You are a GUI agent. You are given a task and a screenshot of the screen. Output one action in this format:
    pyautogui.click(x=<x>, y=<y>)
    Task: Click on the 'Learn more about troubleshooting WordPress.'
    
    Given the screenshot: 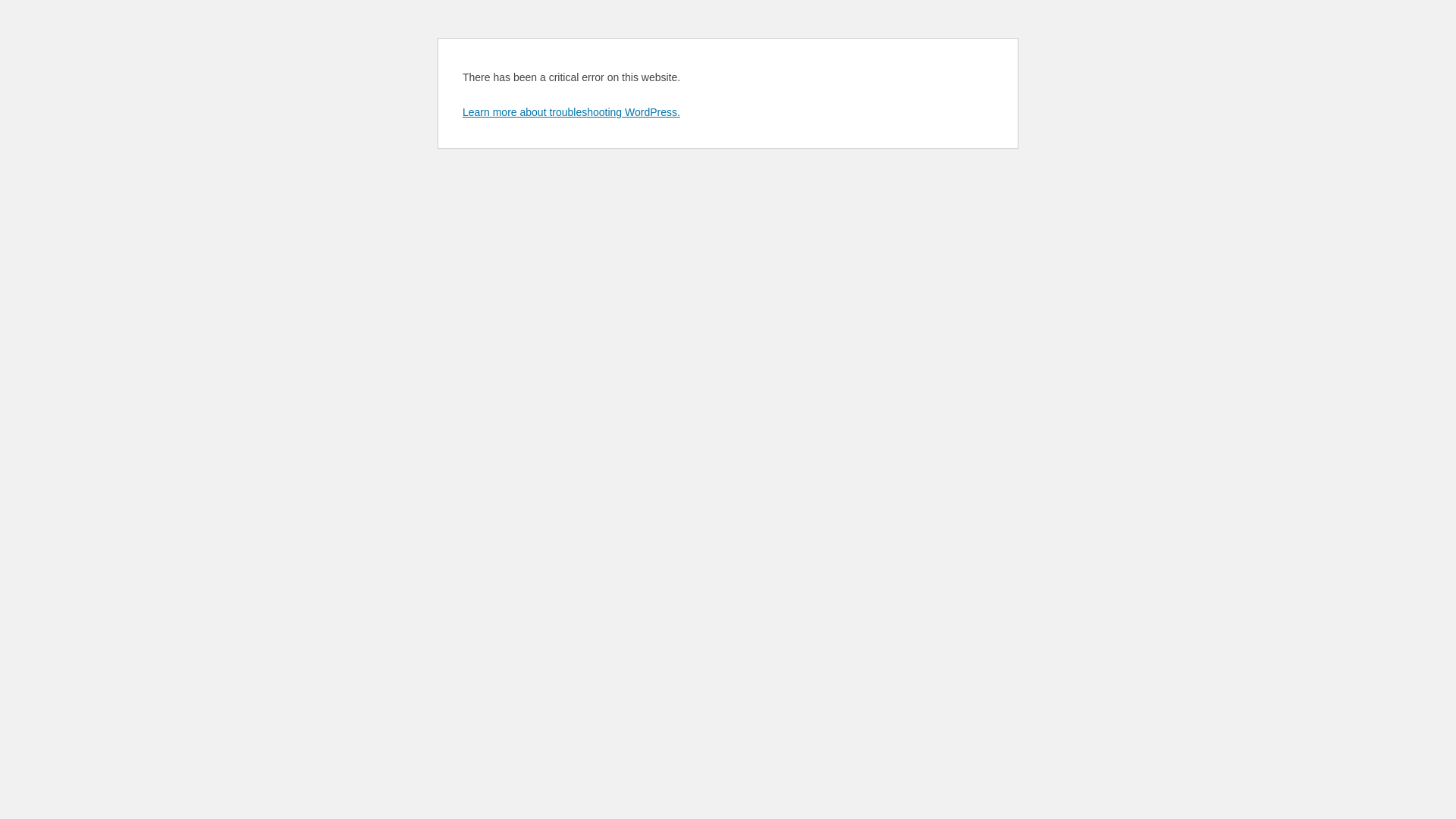 What is the action you would take?
    pyautogui.click(x=570, y=111)
    